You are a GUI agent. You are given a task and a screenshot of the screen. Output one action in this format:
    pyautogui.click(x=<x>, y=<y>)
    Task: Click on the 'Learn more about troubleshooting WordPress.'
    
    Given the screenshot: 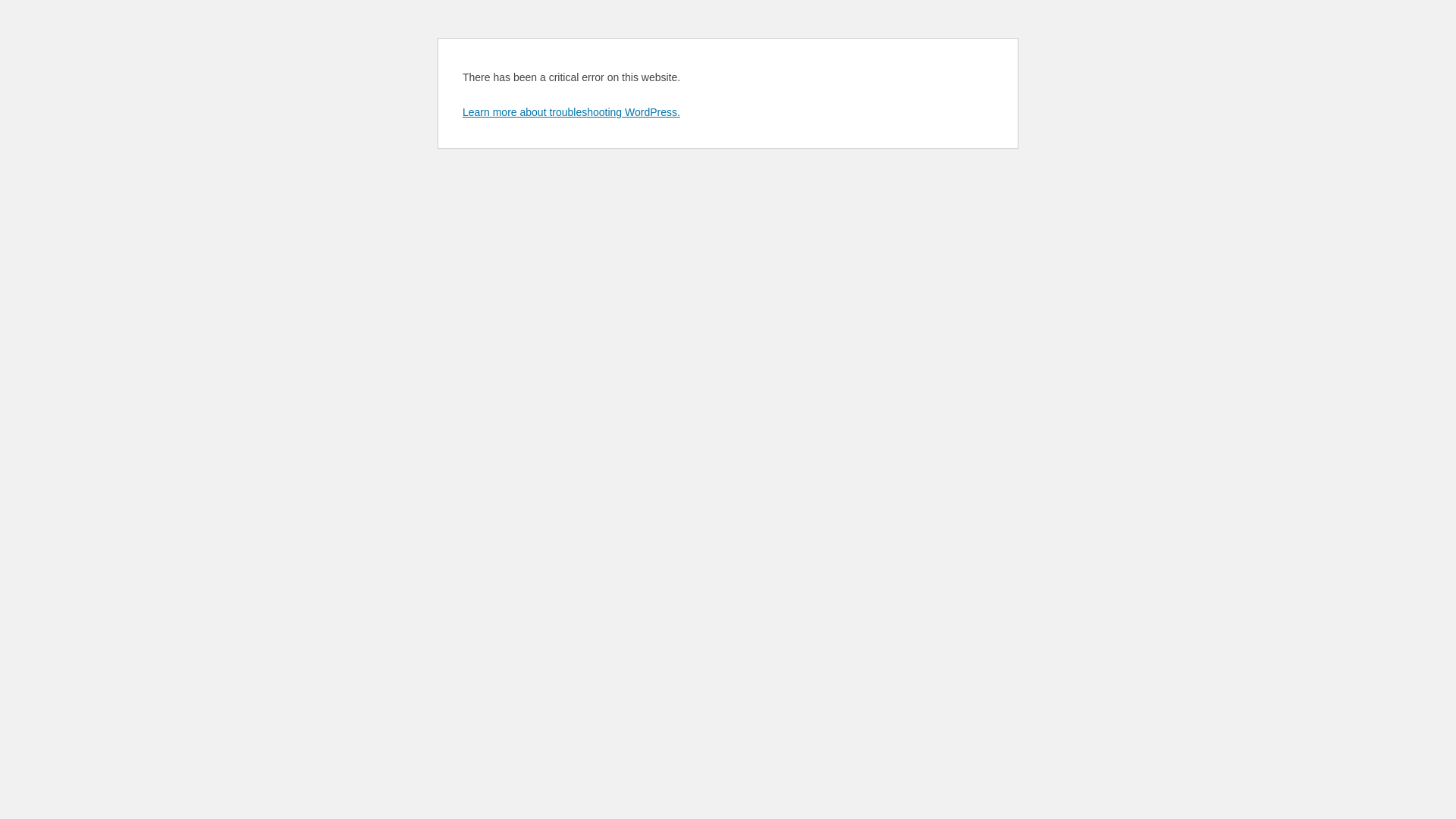 What is the action you would take?
    pyautogui.click(x=570, y=111)
    